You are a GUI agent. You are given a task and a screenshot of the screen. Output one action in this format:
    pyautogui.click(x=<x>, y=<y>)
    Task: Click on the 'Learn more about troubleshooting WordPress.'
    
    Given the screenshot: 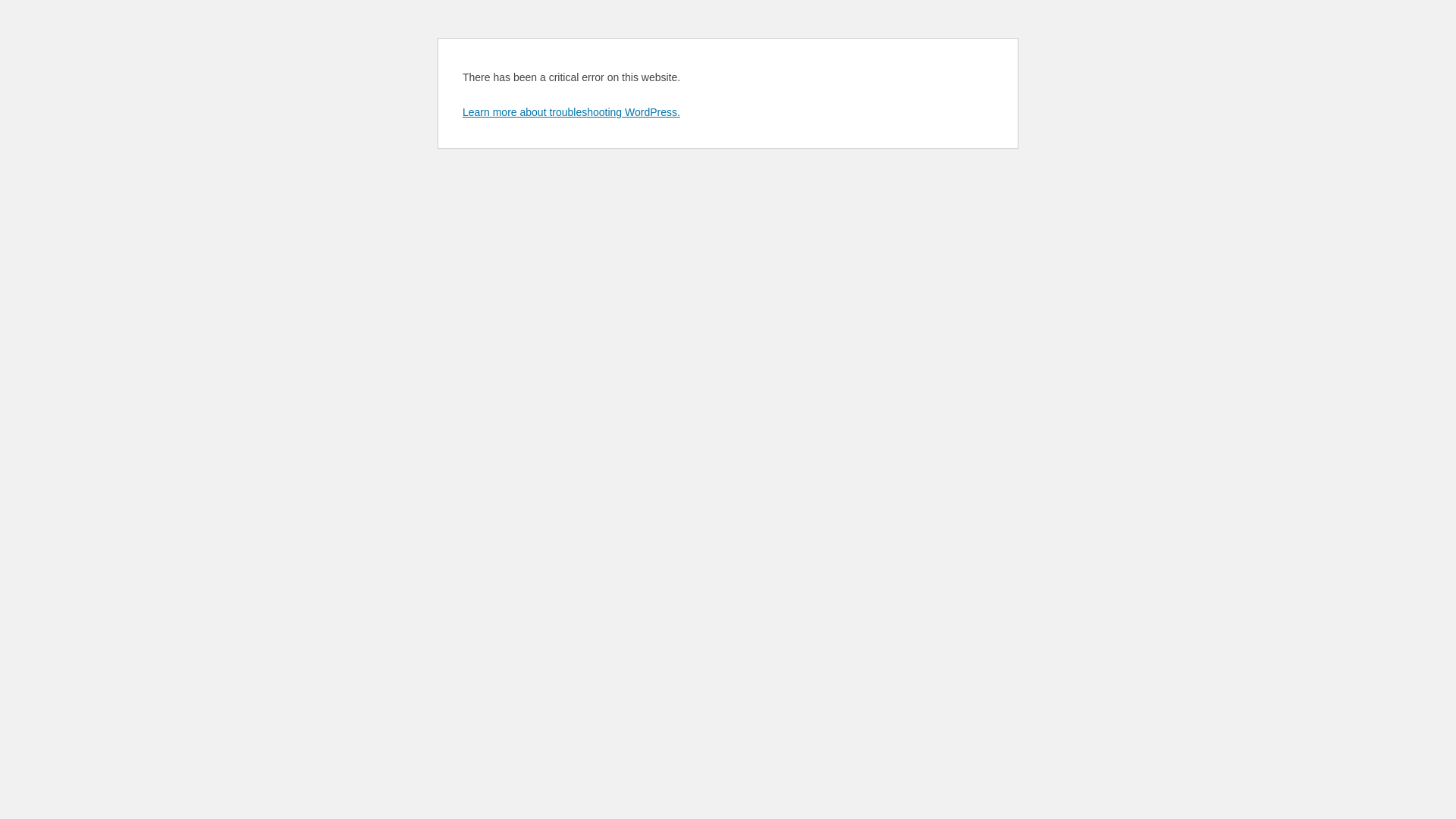 What is the action you would take?
    pyautogui.click(x=570, y=111)
    